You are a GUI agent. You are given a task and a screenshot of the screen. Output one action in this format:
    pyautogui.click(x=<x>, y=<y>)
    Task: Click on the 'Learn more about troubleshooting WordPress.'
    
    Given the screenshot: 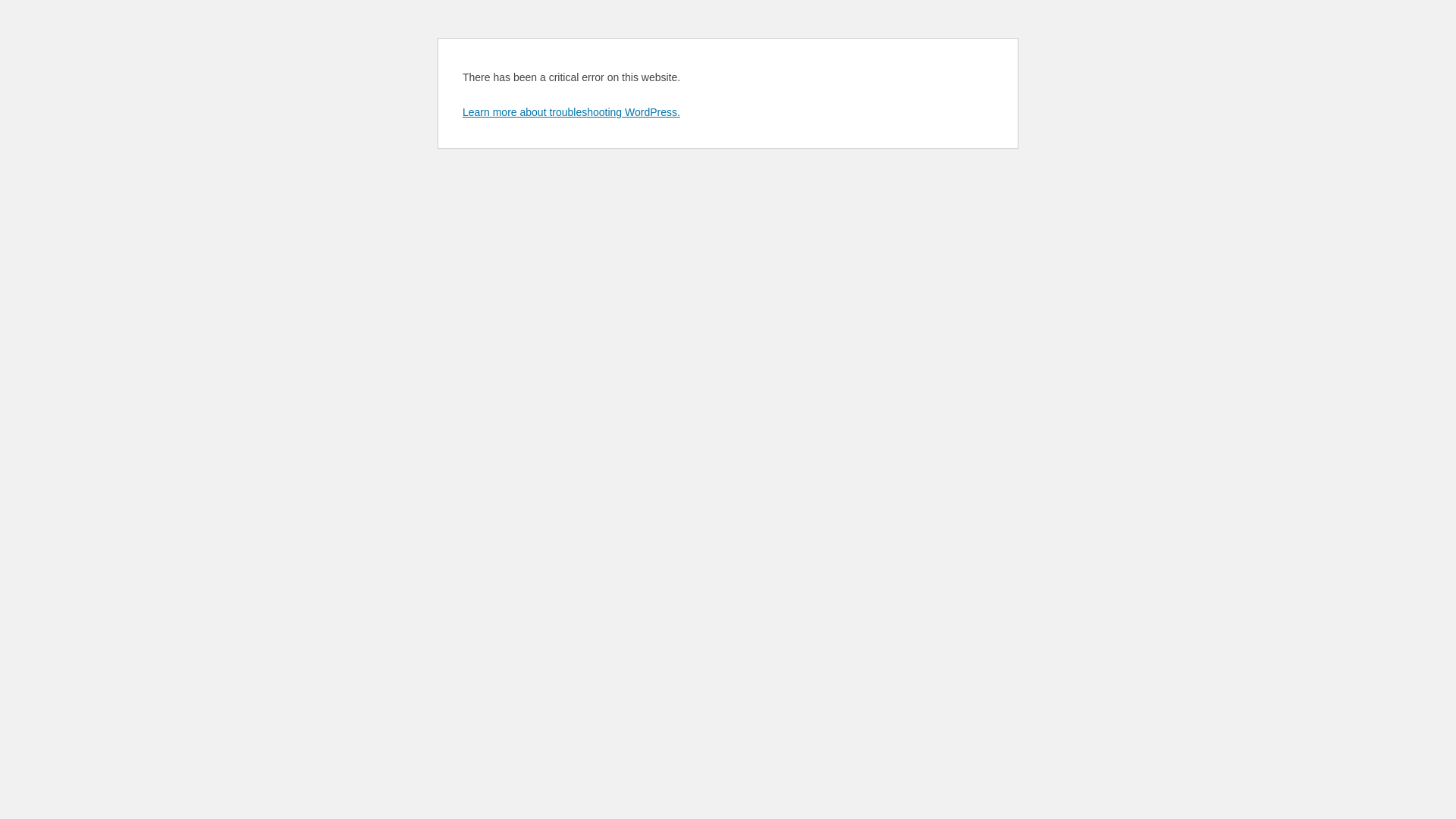 What is the action you would take?
    pyautogui.click(x=570, y=111)
    